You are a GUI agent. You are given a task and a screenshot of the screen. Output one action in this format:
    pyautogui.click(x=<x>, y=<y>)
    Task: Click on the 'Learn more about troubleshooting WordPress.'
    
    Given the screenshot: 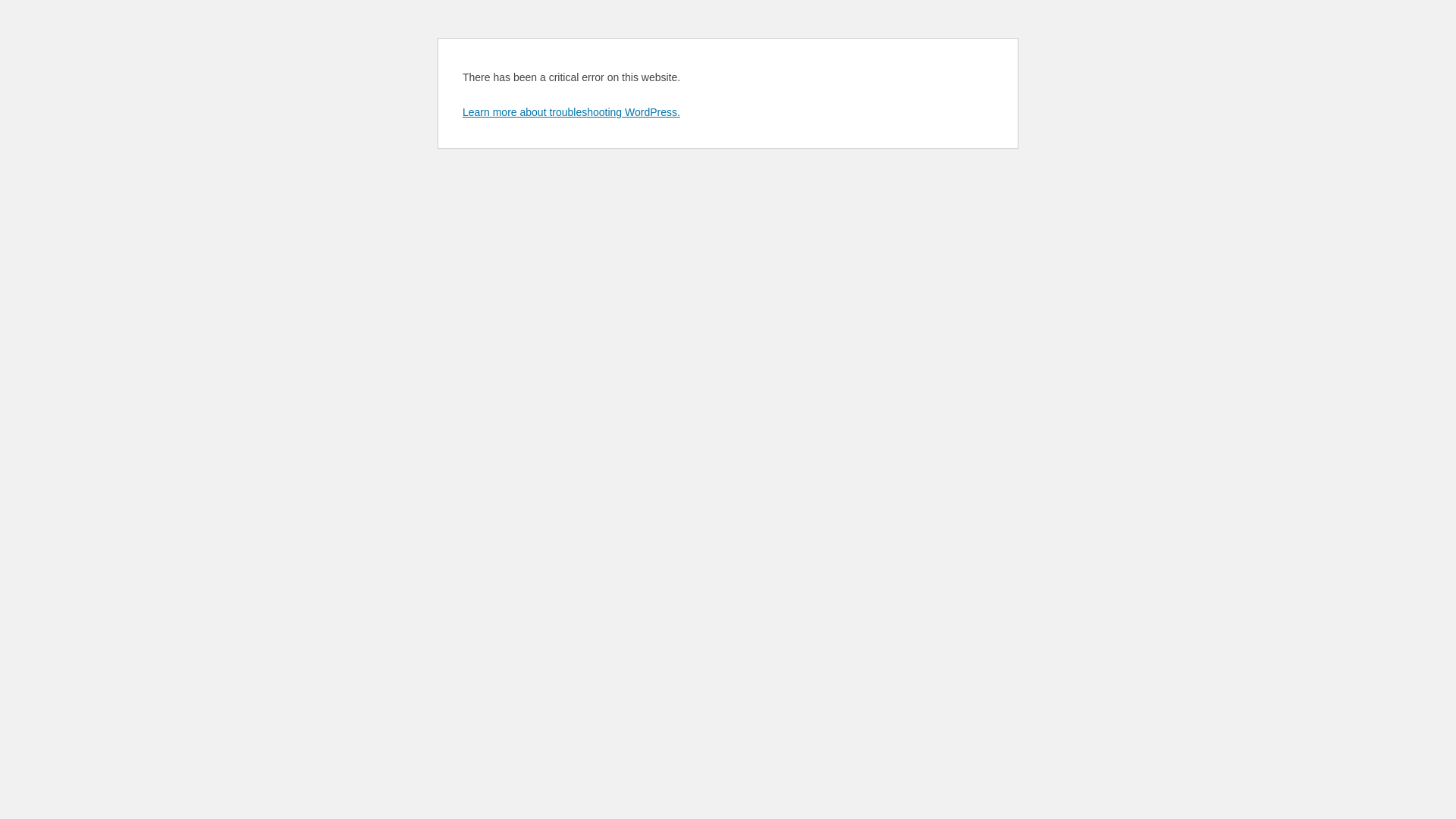 What is the action you would take?
    pyautogui.click(x=570, y=111)
    